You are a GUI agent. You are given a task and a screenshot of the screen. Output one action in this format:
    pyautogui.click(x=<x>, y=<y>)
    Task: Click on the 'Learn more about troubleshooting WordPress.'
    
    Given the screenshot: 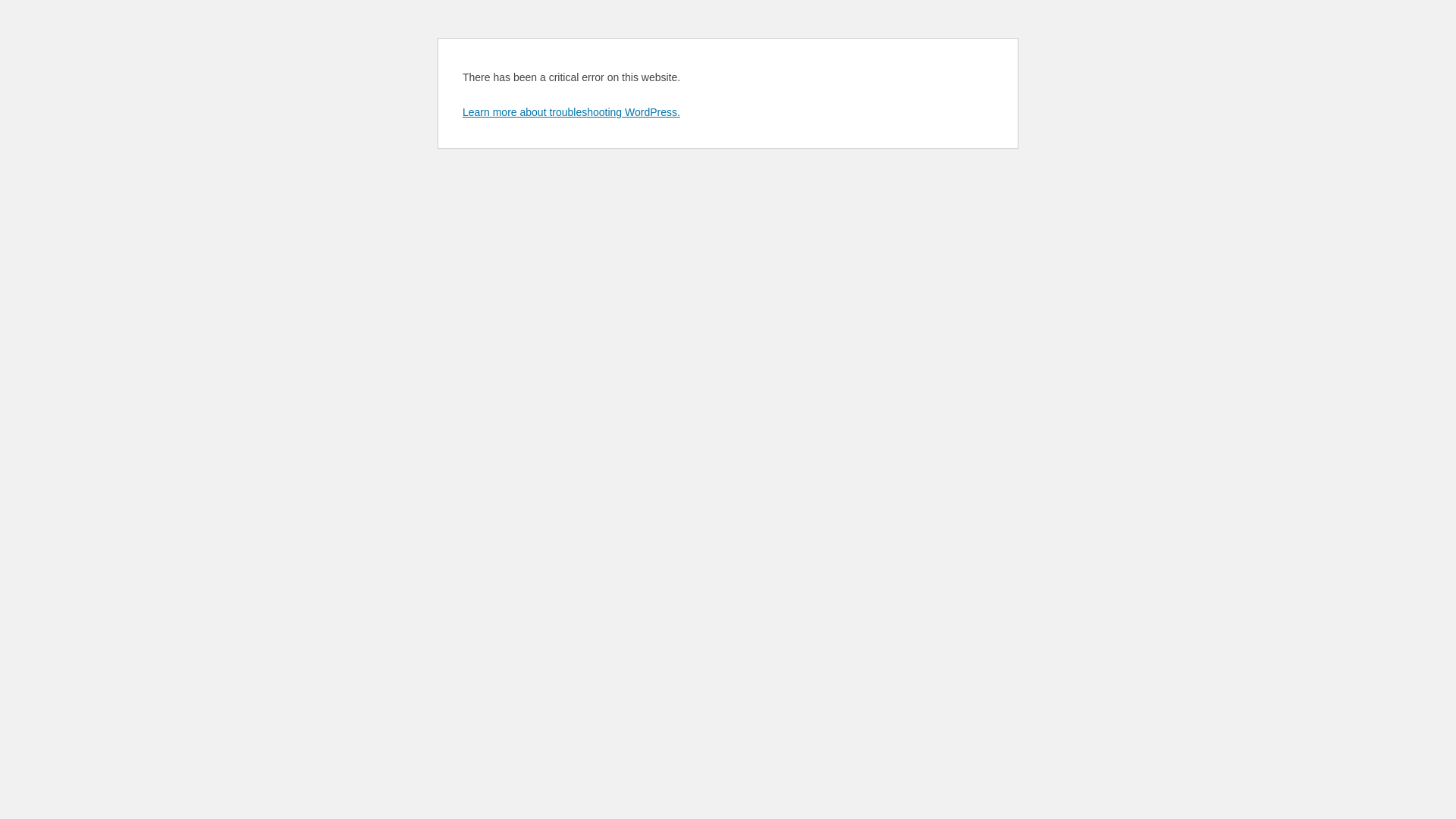 What is the action you would take?
    pyautogui.click(x=570, y=111)
    